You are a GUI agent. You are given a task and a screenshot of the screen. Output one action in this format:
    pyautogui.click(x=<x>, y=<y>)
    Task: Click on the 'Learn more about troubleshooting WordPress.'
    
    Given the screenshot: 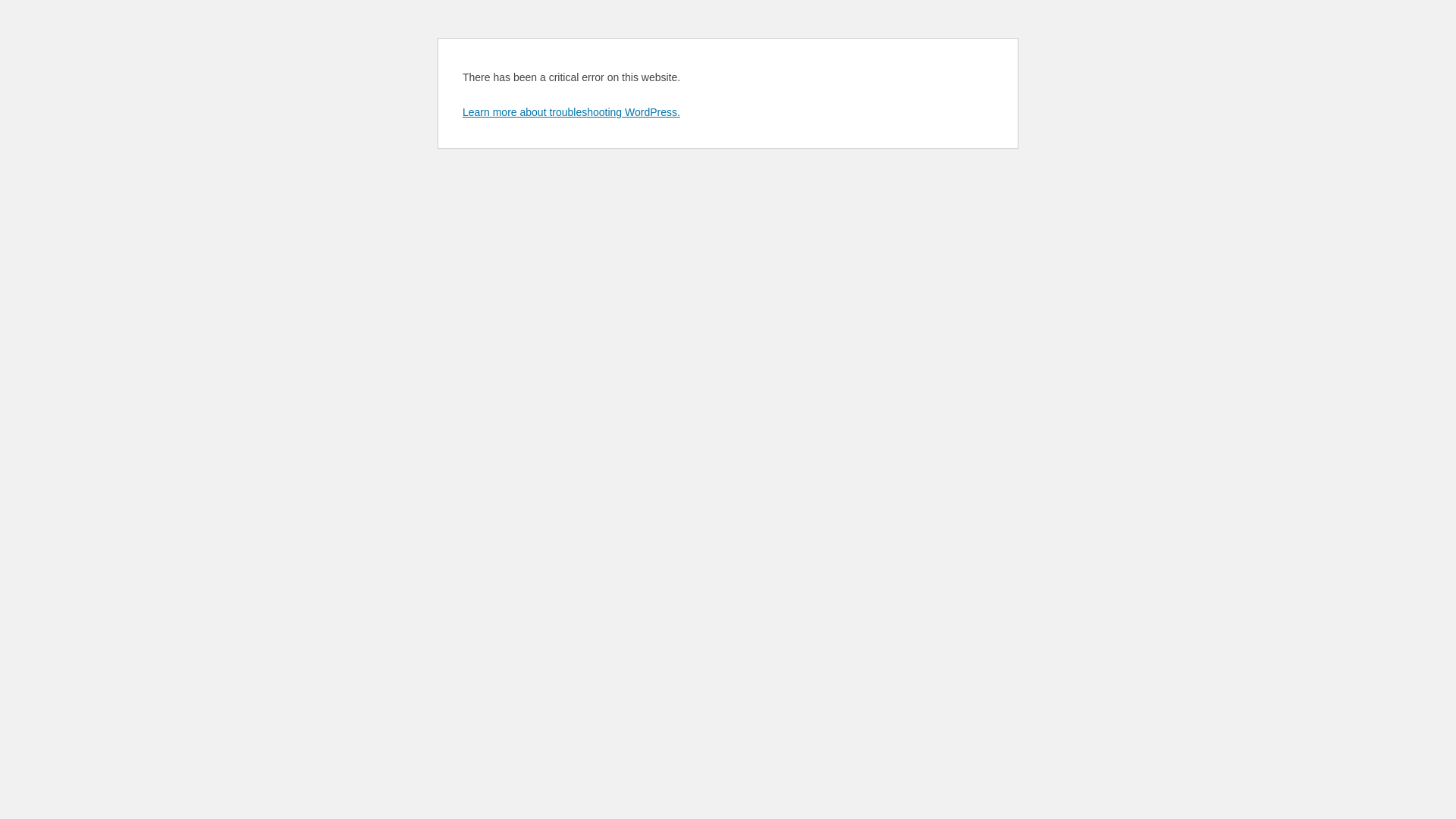 What is the action you would take?
    pyautogui.click(x=570, y=111)
    